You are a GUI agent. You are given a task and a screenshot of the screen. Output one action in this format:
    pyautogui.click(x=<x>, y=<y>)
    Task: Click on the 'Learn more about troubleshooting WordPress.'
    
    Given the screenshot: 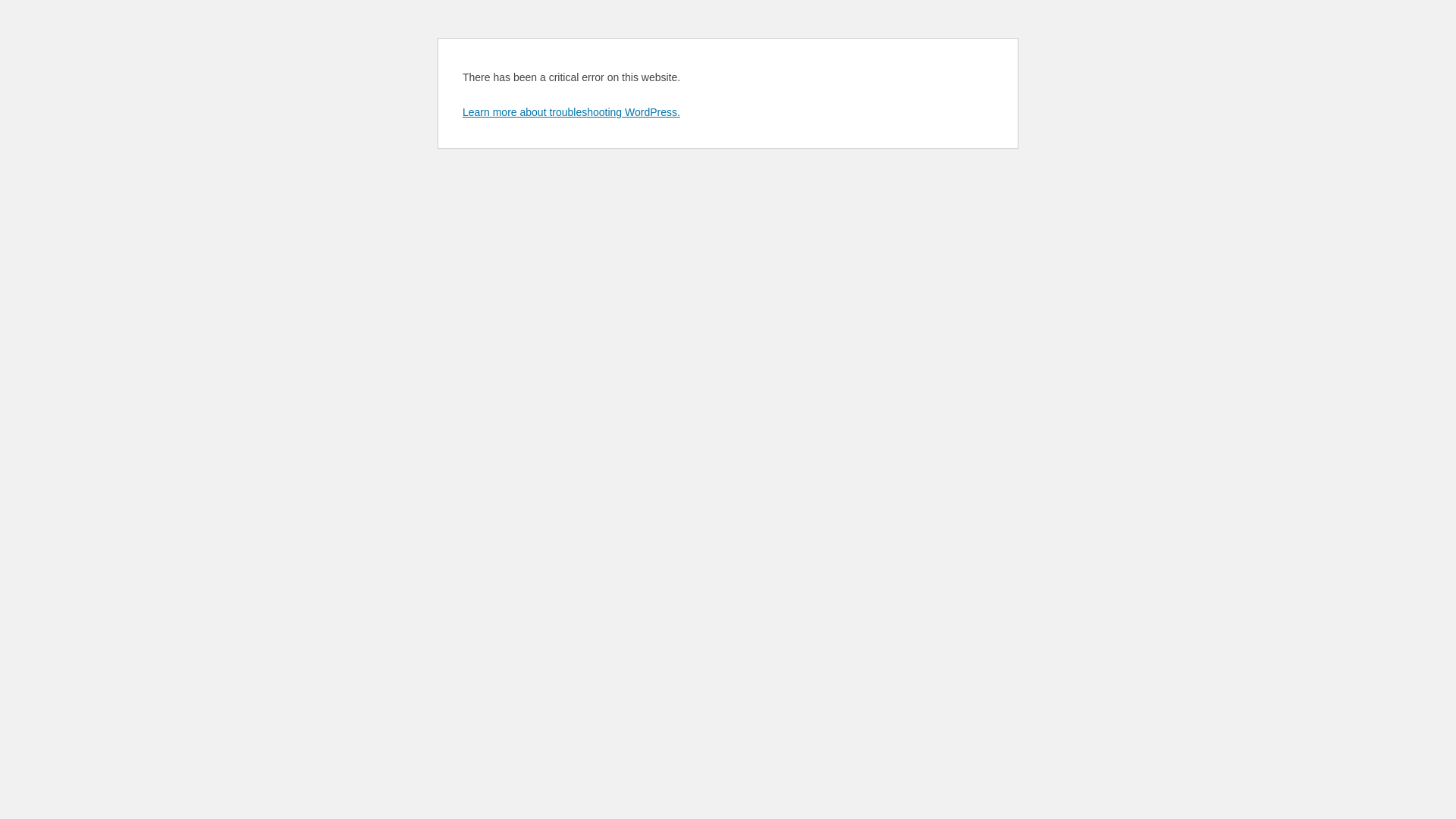 What is the action you would take?
    pyautogui.click(x=570, y=111)
    